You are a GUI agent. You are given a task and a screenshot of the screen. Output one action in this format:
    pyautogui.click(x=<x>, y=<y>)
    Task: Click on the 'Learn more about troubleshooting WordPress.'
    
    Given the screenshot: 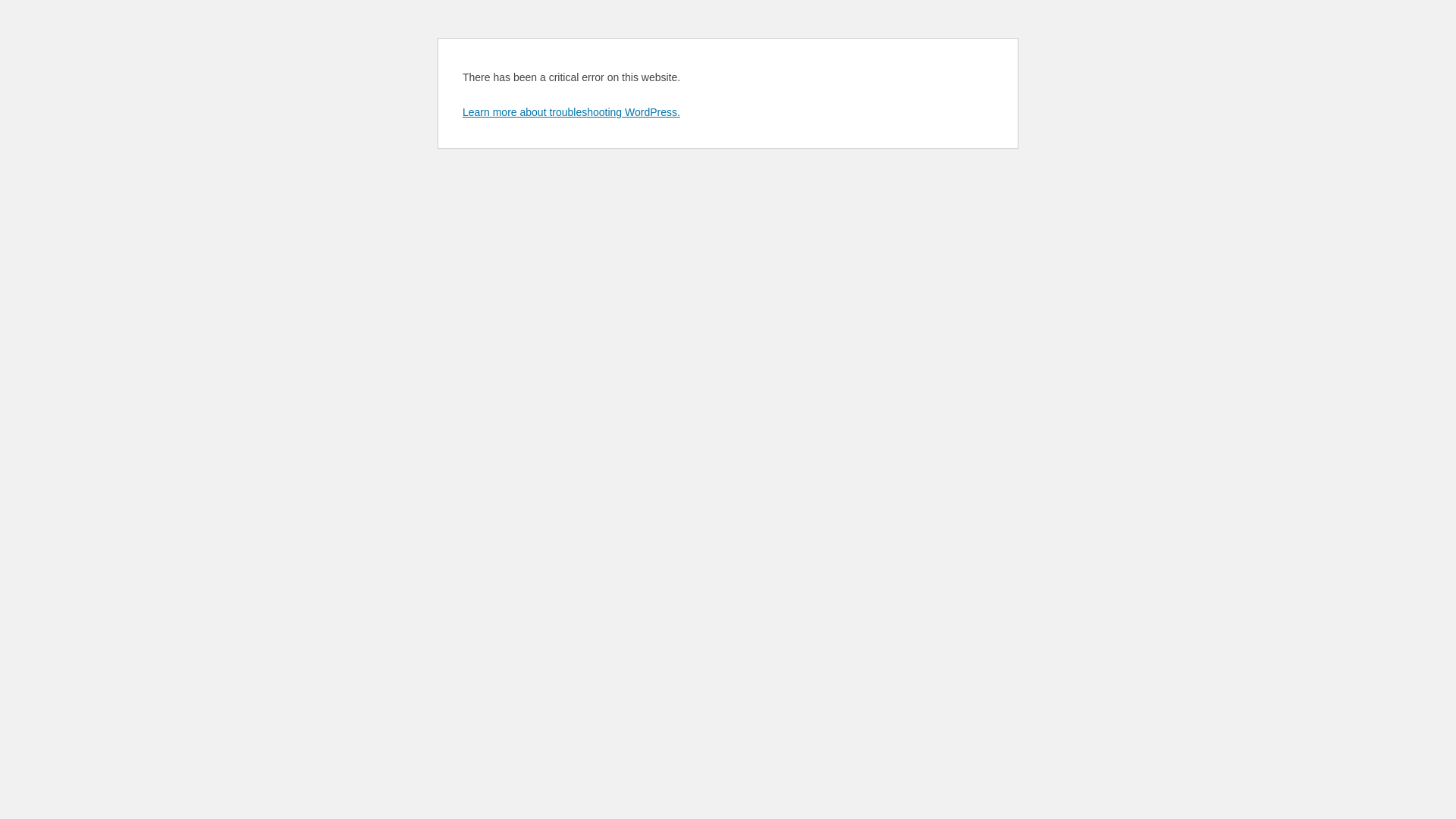 What is the action you would take?
    pyautogui.click(x=570, y=111)
    